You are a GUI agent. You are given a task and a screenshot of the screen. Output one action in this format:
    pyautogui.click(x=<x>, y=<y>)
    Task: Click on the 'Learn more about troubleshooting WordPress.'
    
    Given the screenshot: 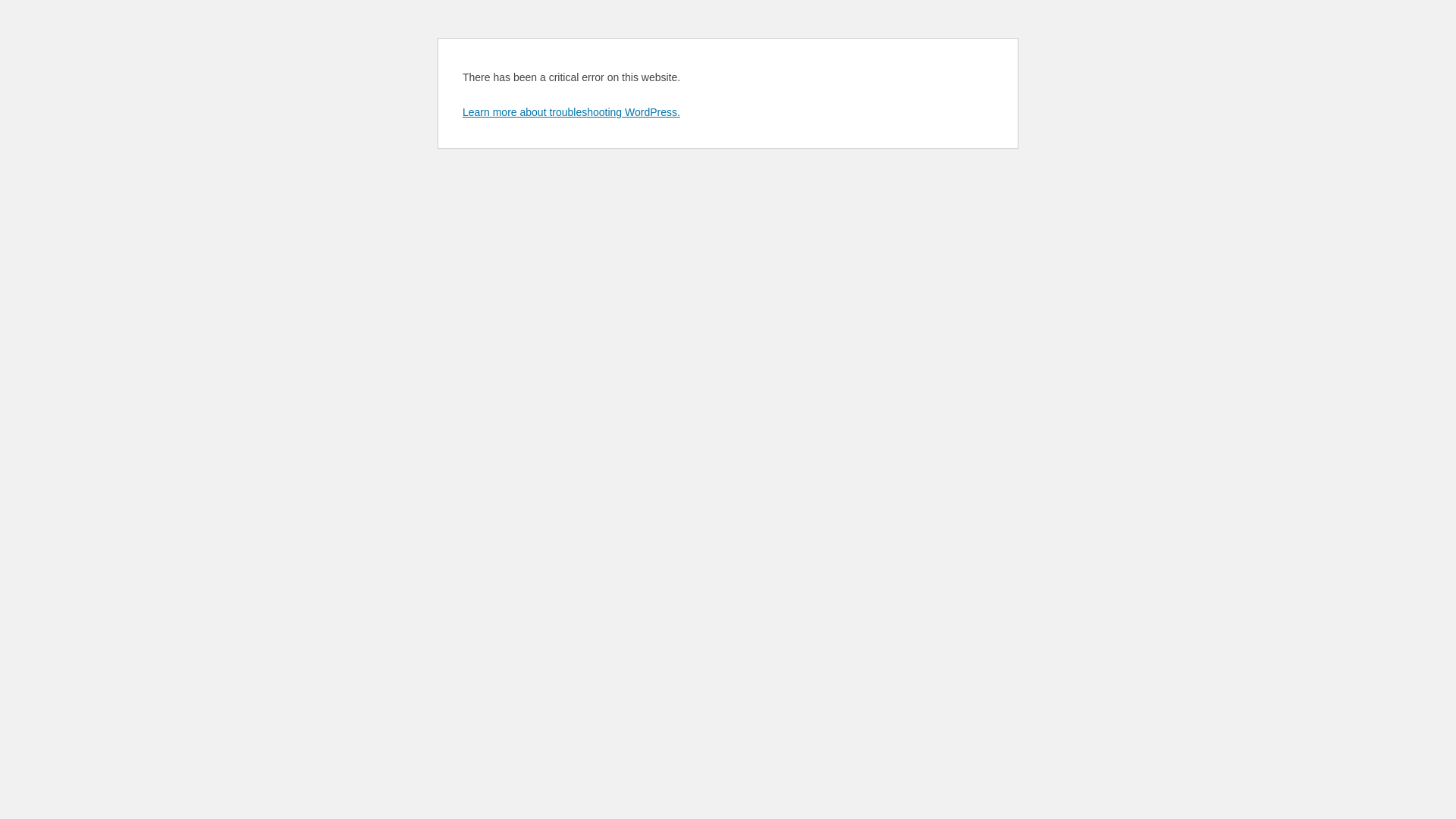 What is the action you would take?
    pyautogui.click(x=570, y=111)
    